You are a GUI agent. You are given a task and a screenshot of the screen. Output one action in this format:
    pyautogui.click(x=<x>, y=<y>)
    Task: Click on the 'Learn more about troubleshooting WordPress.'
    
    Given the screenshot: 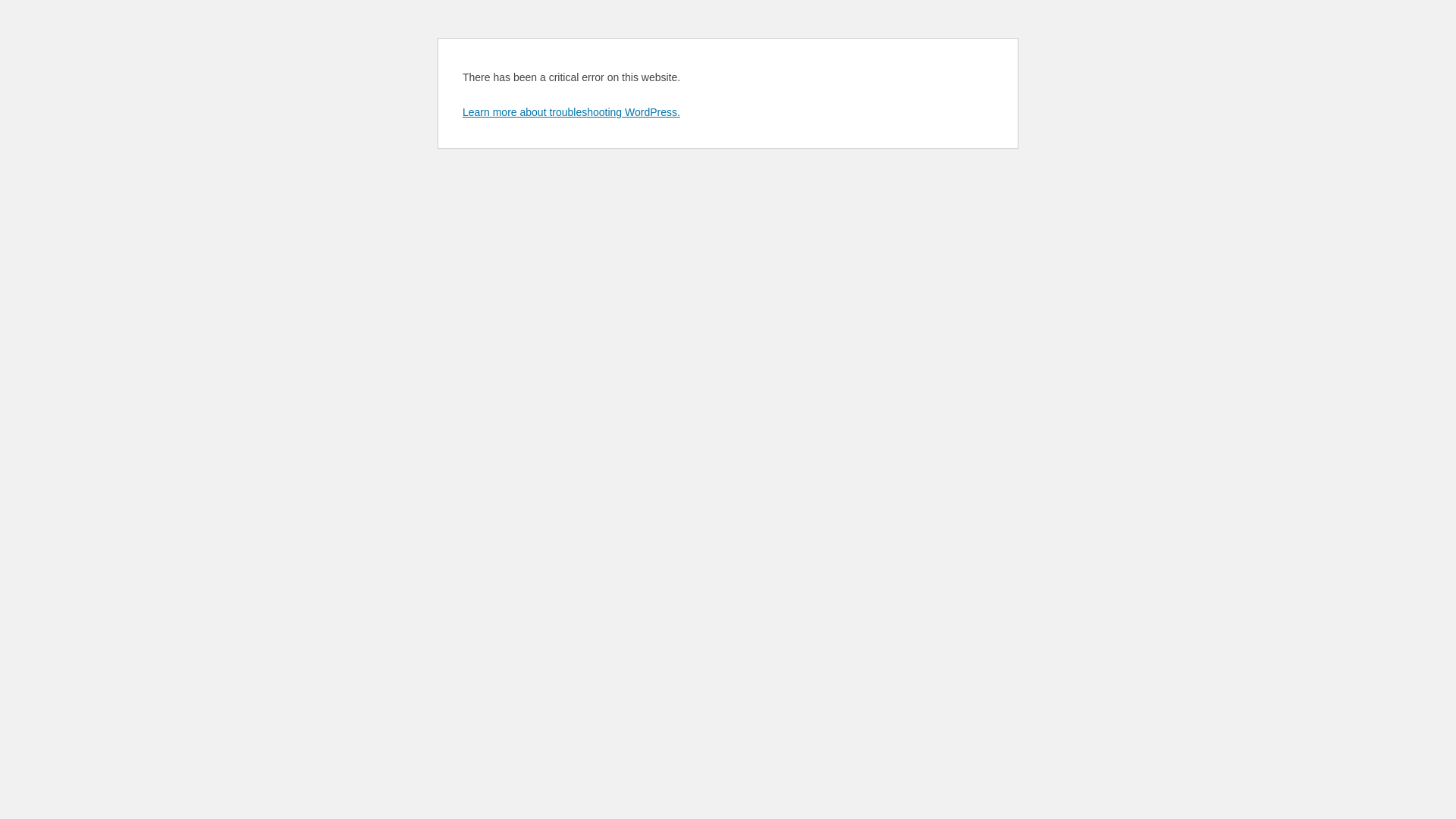 What is the action you would take?
    pyautogui.click(x=570, y=111)
    